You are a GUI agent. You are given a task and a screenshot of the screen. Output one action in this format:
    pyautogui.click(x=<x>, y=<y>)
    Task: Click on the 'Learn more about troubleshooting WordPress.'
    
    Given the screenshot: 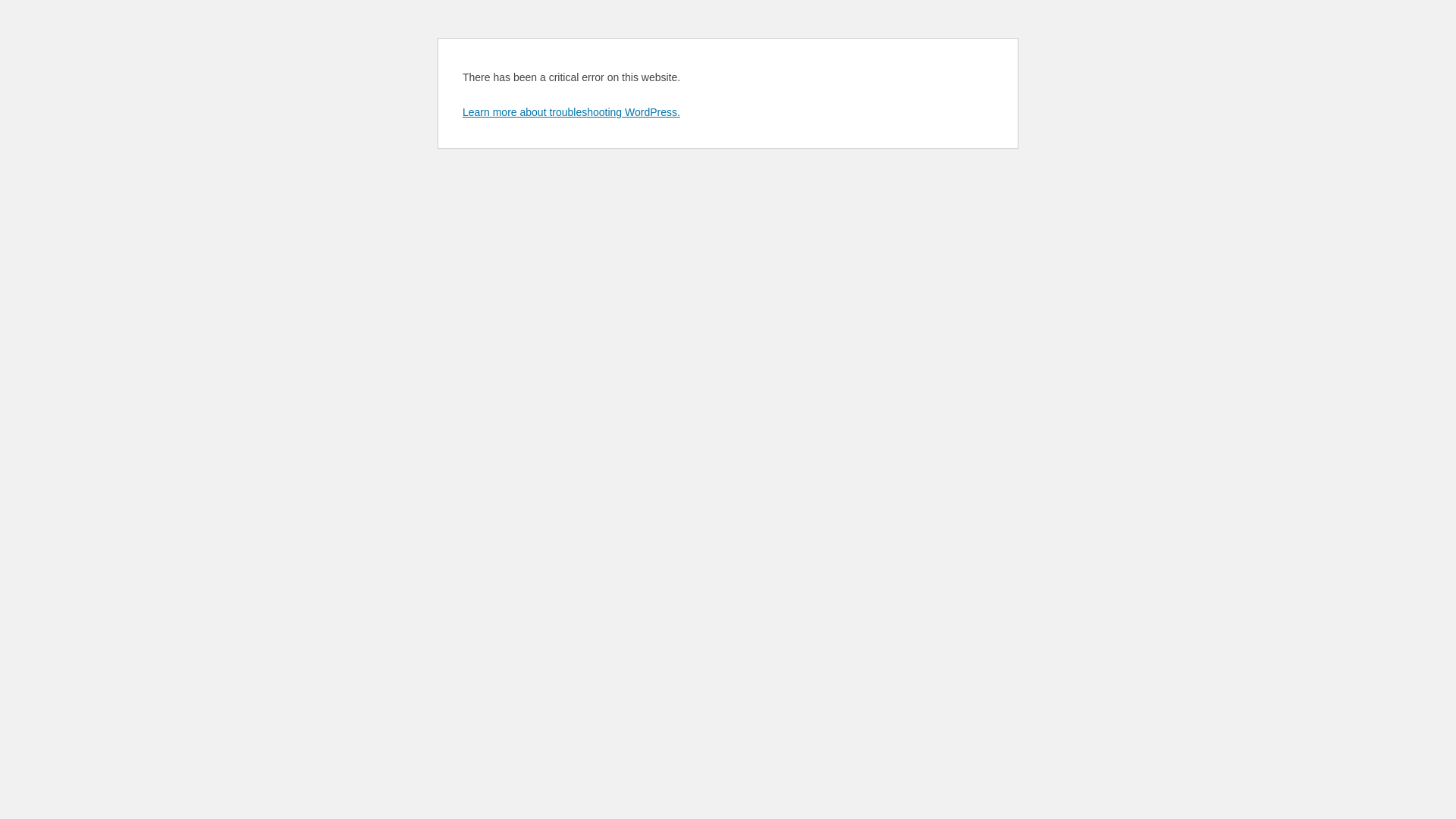 What is the action you would take?
    pyautogui.click(x=570, y=111)
    